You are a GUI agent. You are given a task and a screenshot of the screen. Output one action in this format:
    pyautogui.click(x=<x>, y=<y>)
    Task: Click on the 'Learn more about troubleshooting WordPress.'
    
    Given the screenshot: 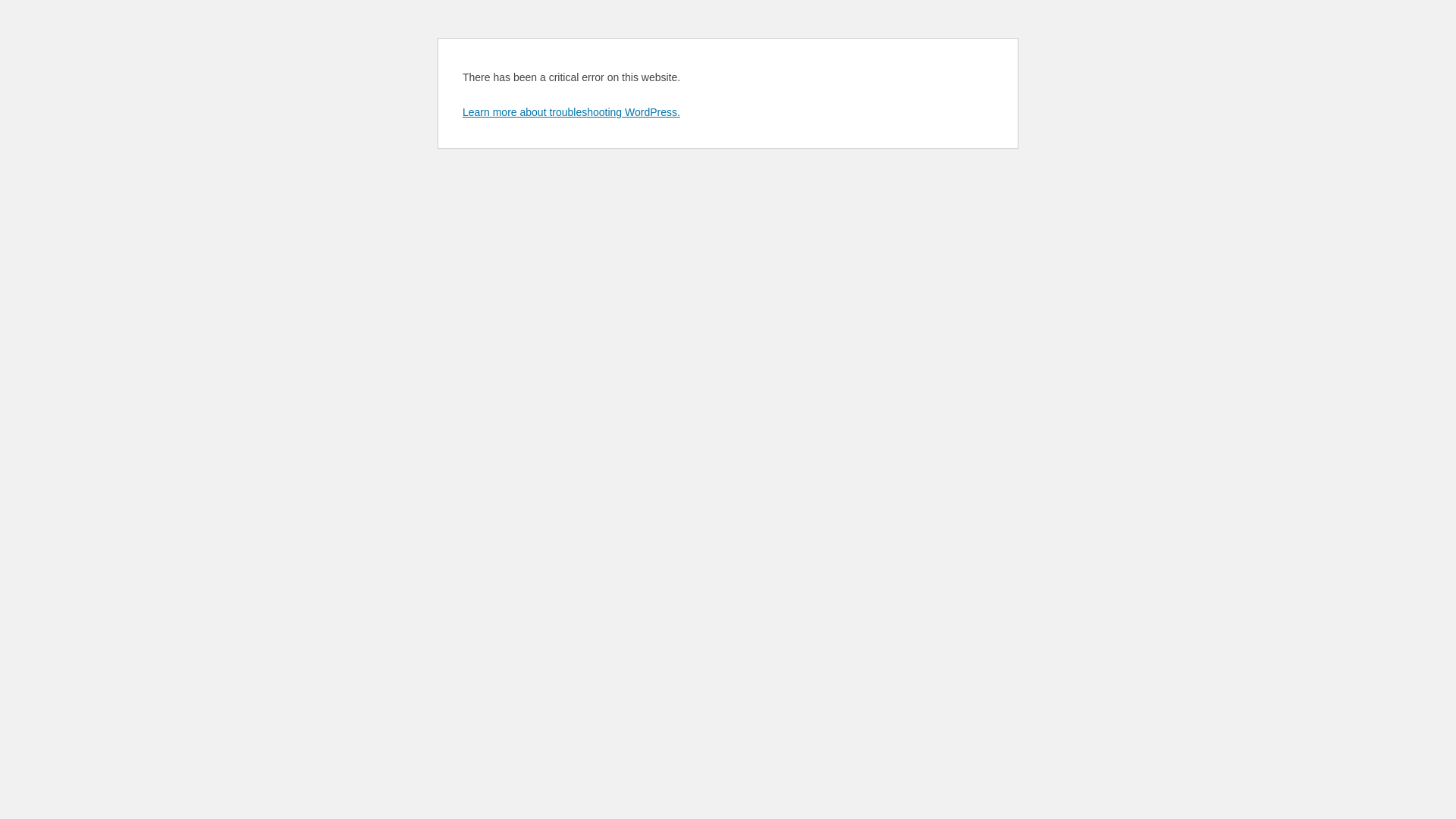 What is the action you would take?
    pyautogui.click(x=570, y=111)
    